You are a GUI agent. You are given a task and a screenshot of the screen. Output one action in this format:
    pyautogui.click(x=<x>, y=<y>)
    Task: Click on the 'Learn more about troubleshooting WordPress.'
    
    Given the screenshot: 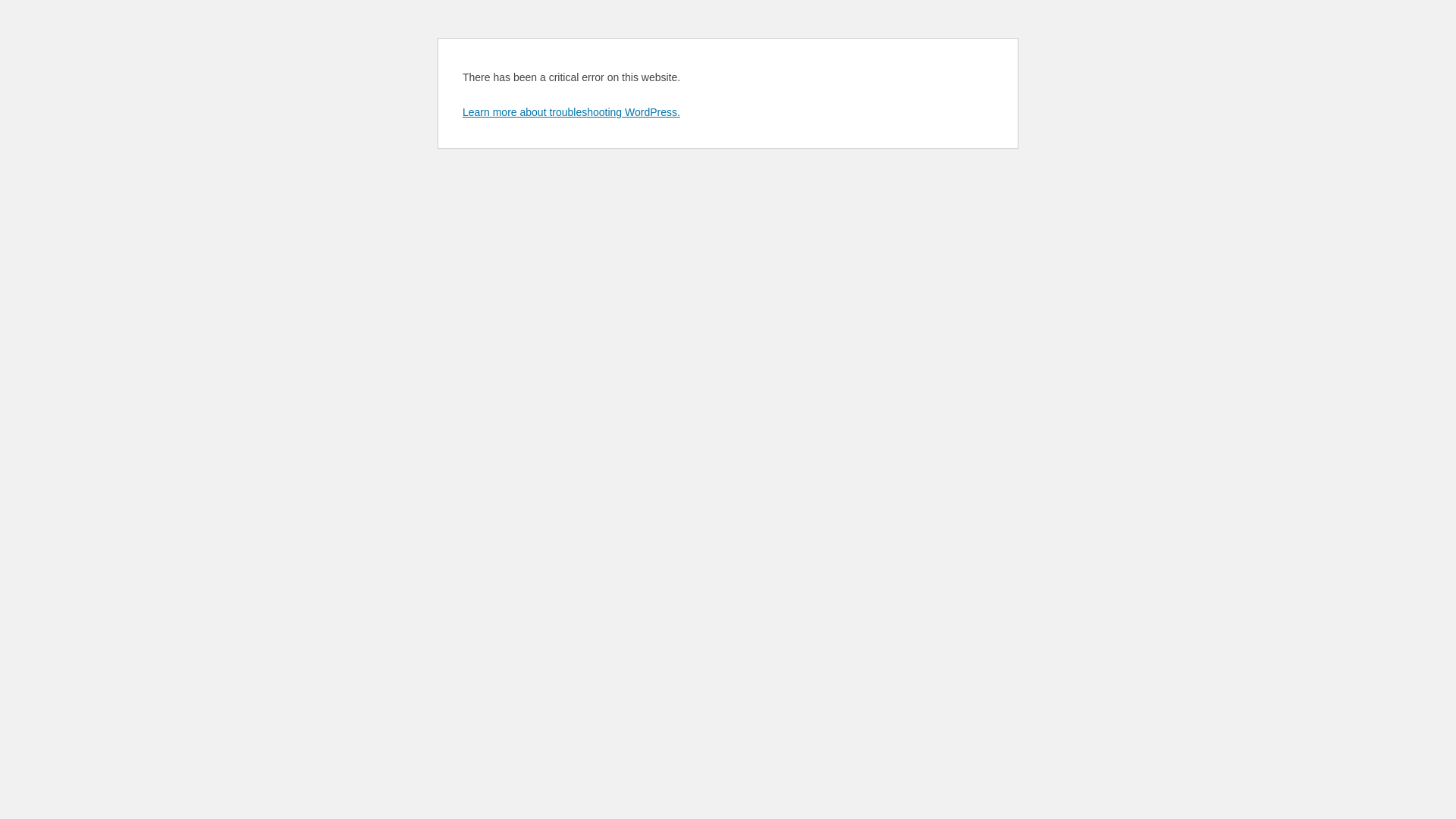 What is the action you would take?
    pyautogui.click(x=570, y=111)
    